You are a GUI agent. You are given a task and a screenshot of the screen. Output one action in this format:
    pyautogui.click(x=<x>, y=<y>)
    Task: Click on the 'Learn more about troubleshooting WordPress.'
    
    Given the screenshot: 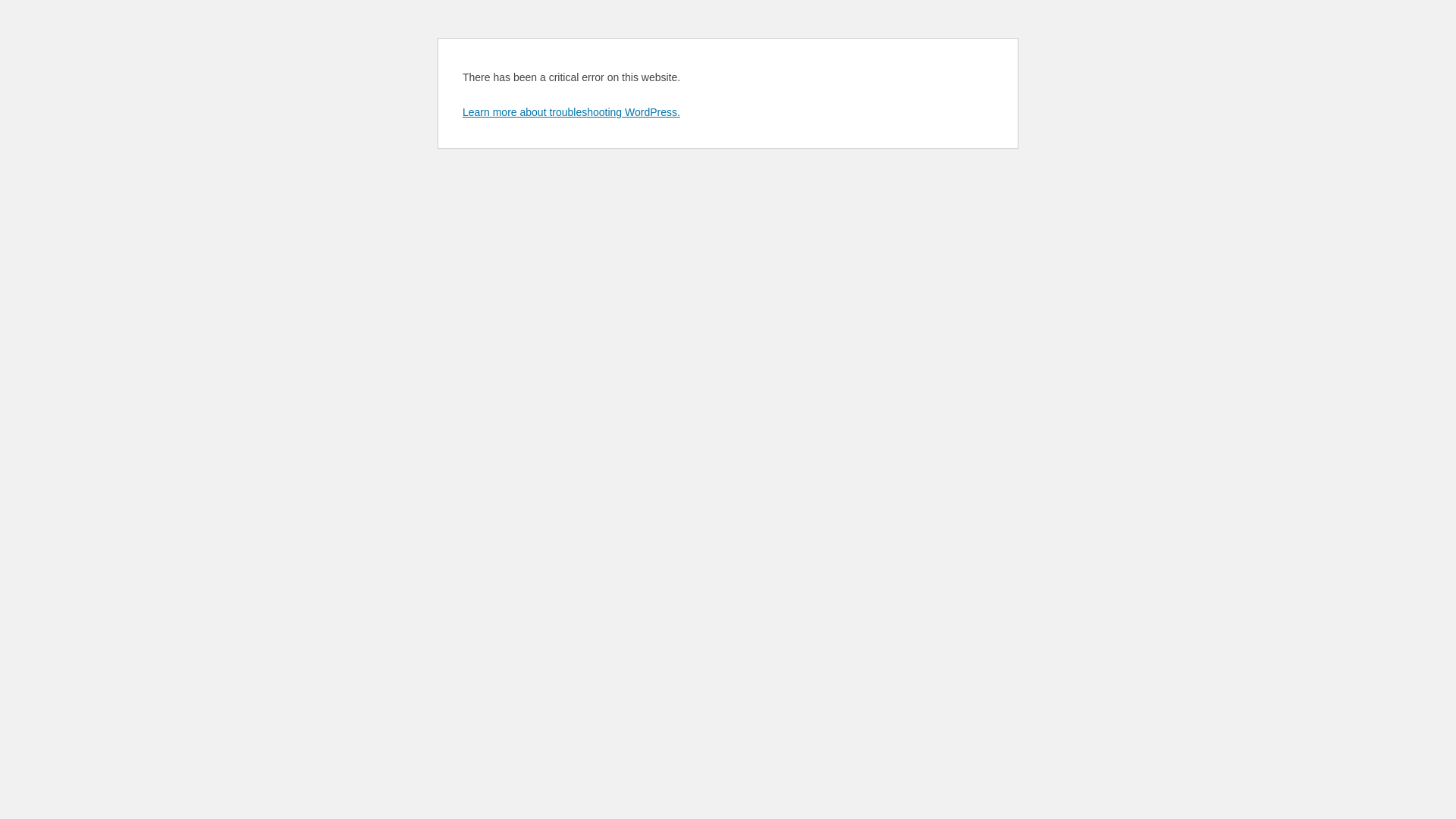 What is the action you would take?
    pyautogui.click(x=570, y=111)
    